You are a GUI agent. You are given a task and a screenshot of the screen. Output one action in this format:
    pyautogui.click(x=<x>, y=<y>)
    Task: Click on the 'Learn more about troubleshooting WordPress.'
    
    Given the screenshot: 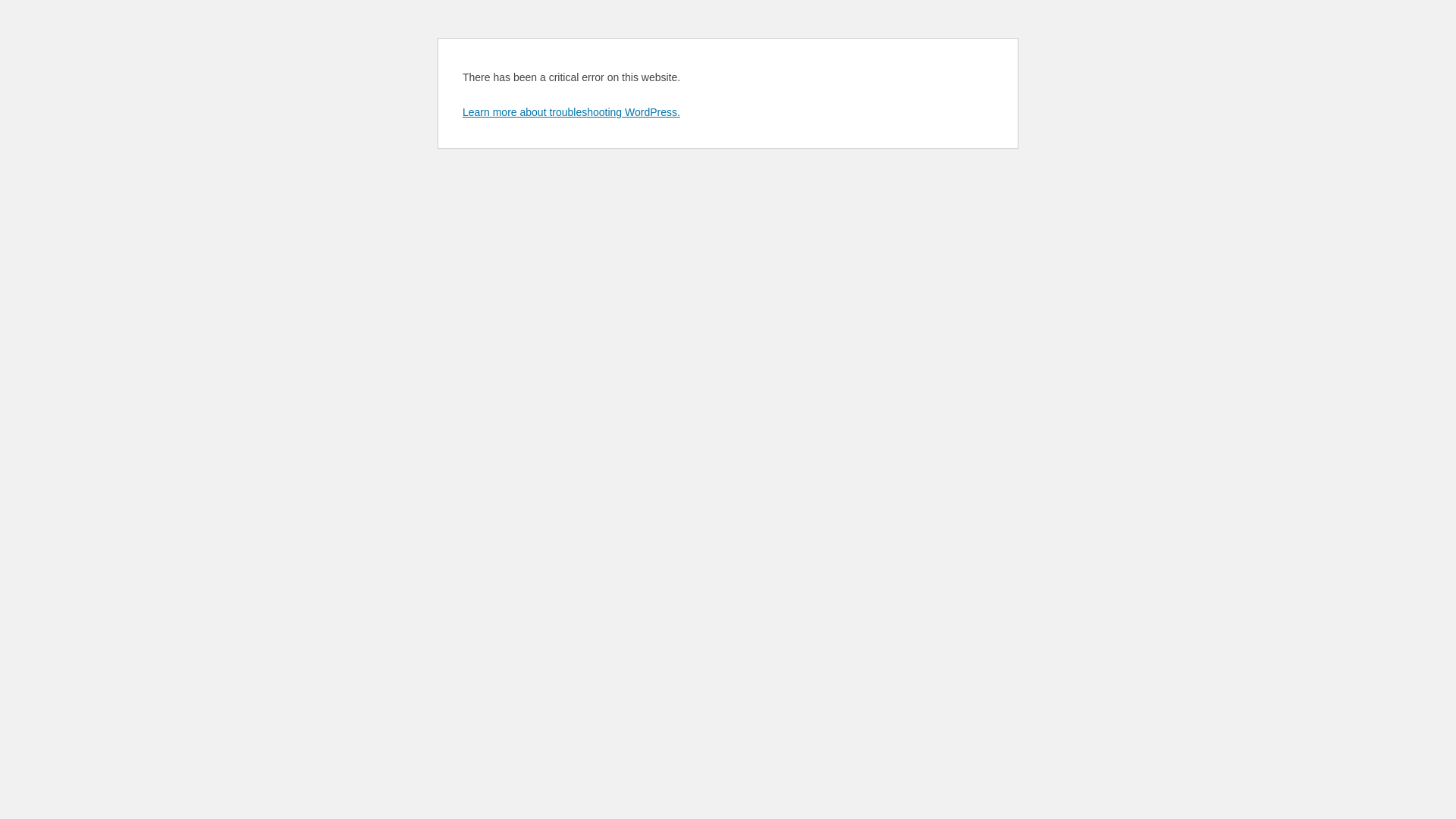 What is the action you would take?
    pyautogui.click(x=570, y=111)
    